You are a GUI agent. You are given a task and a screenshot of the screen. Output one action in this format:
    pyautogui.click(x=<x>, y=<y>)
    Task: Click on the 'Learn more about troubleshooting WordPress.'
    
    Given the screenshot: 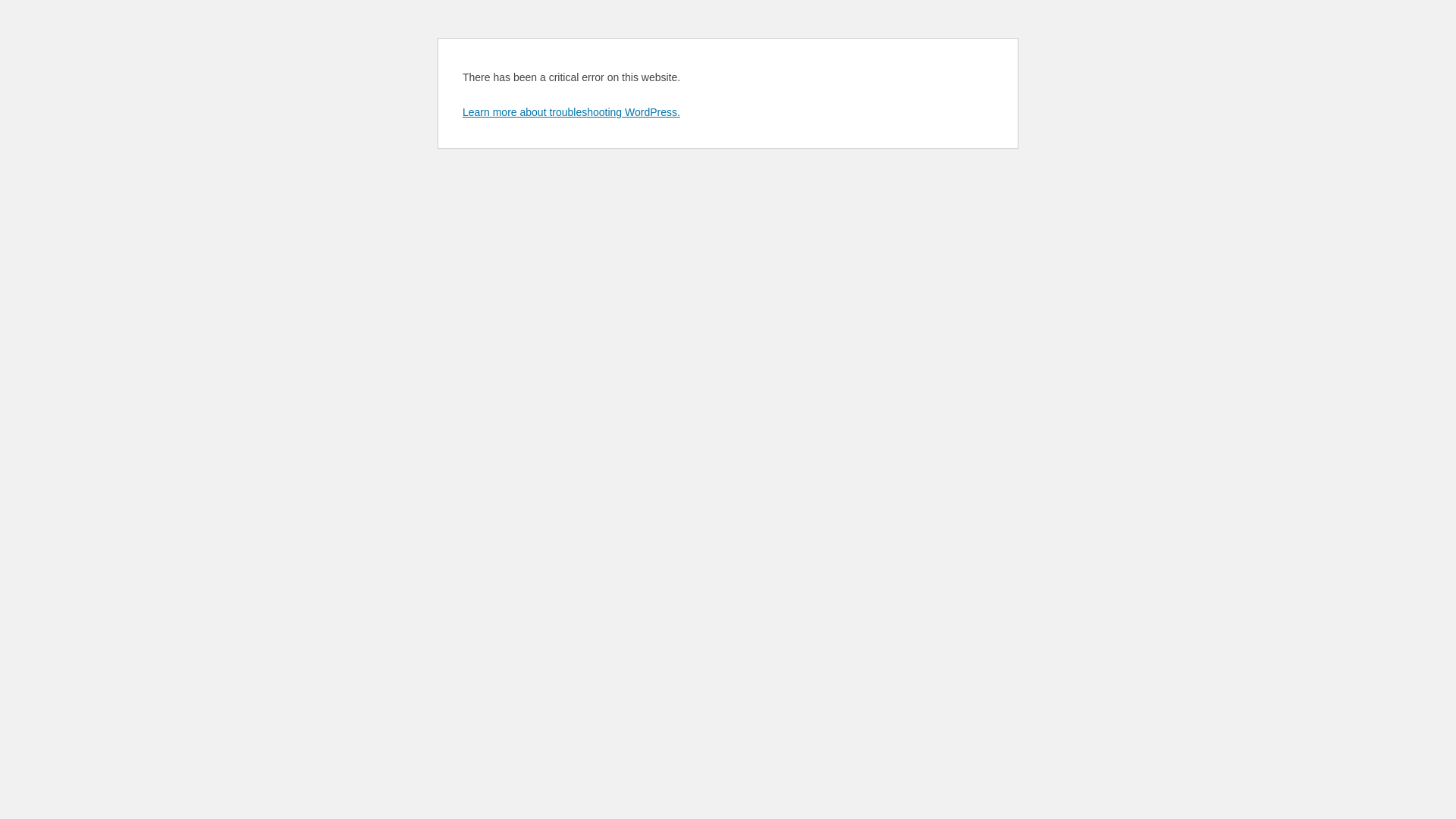 What is the action you would take?
    pyautogui.click(x=570, y=111)
    